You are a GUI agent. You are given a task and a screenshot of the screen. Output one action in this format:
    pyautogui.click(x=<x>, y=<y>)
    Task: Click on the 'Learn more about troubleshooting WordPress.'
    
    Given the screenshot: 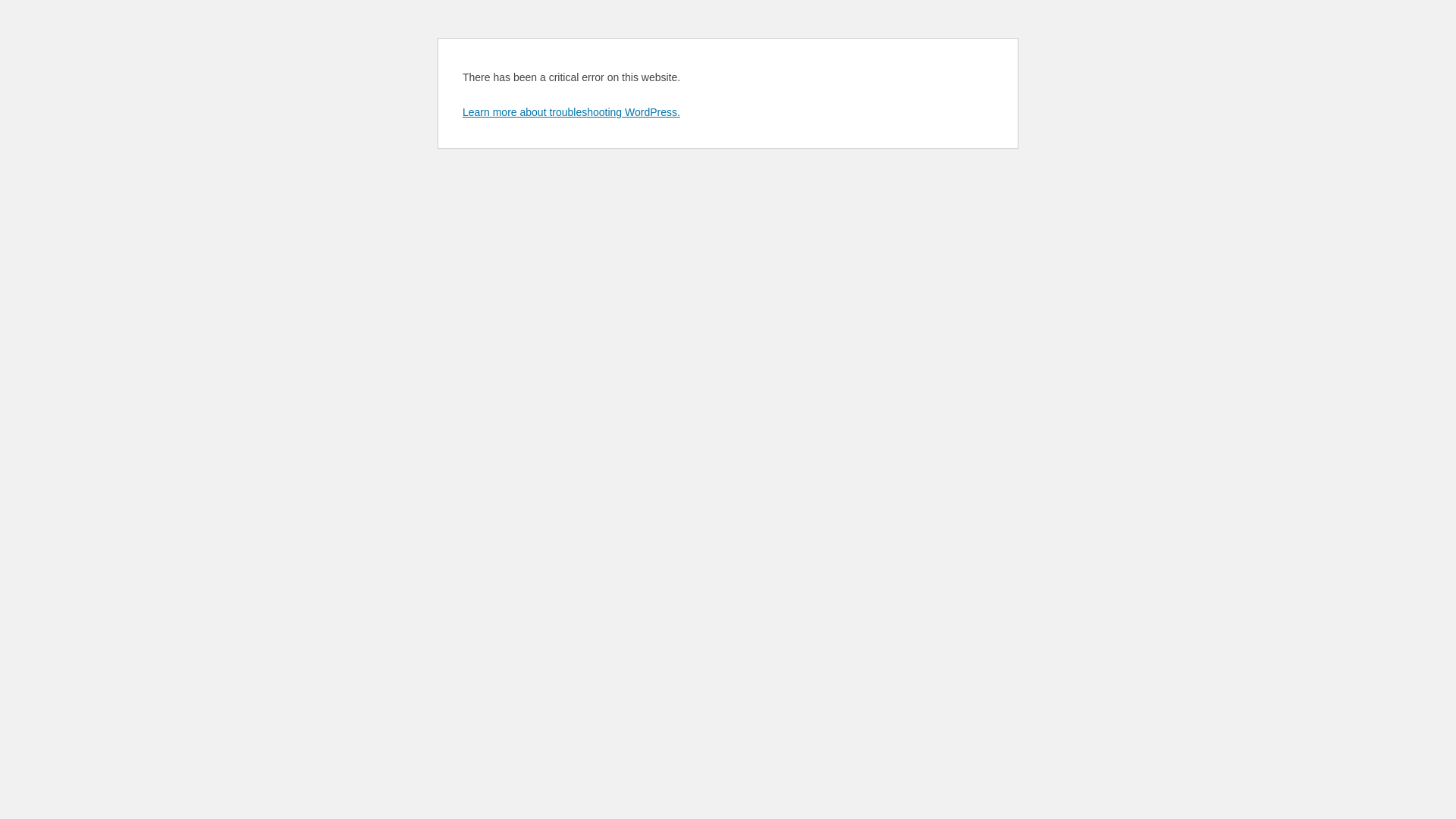 What is the action you would take?
    pyautogui.click(x=570, y=111)
    